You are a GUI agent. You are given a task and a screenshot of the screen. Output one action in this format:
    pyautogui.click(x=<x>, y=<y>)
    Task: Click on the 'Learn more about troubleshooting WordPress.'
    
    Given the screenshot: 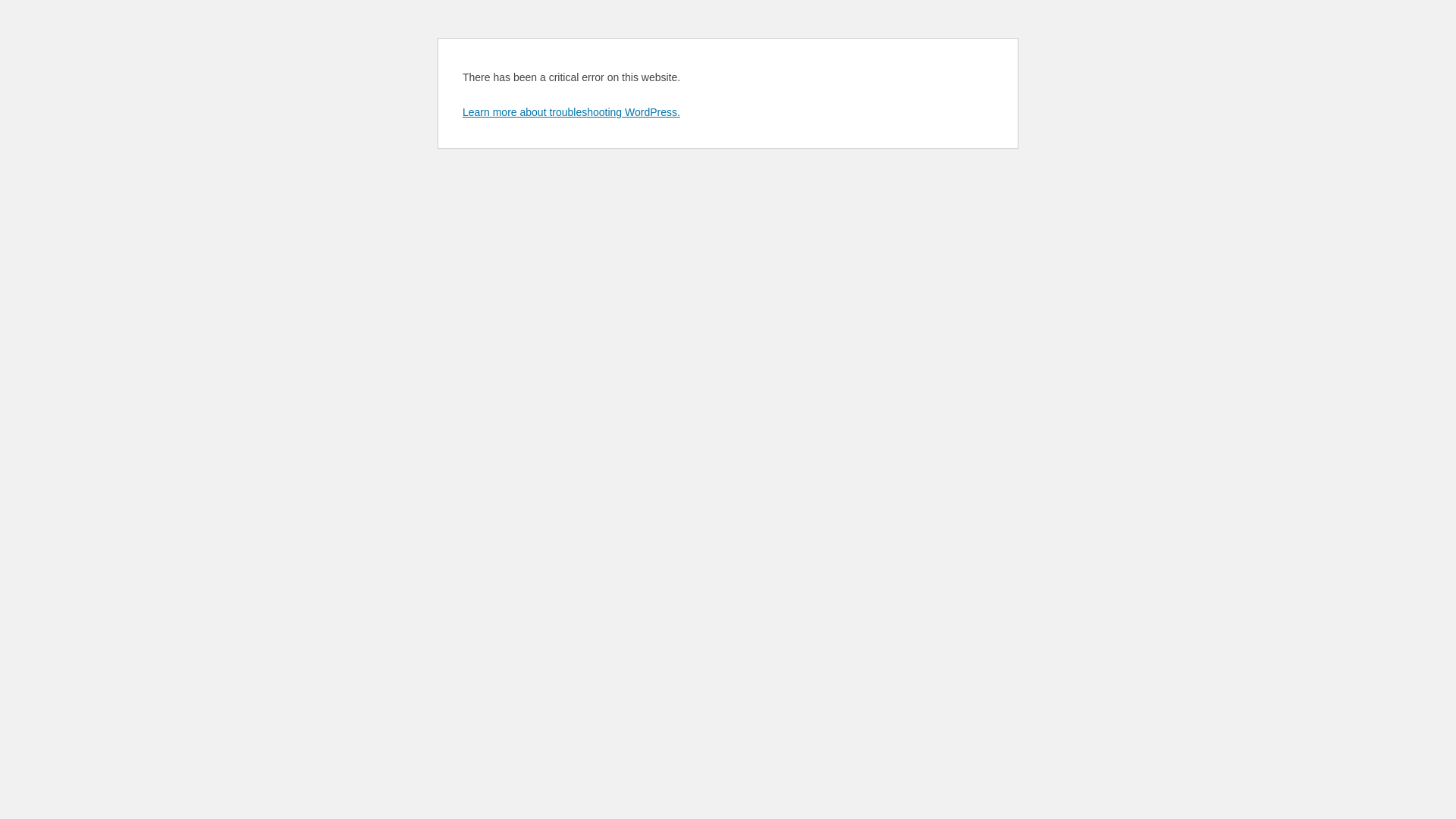 What is the action you would take?
    pyautogui.click(x=570, y=111)
    